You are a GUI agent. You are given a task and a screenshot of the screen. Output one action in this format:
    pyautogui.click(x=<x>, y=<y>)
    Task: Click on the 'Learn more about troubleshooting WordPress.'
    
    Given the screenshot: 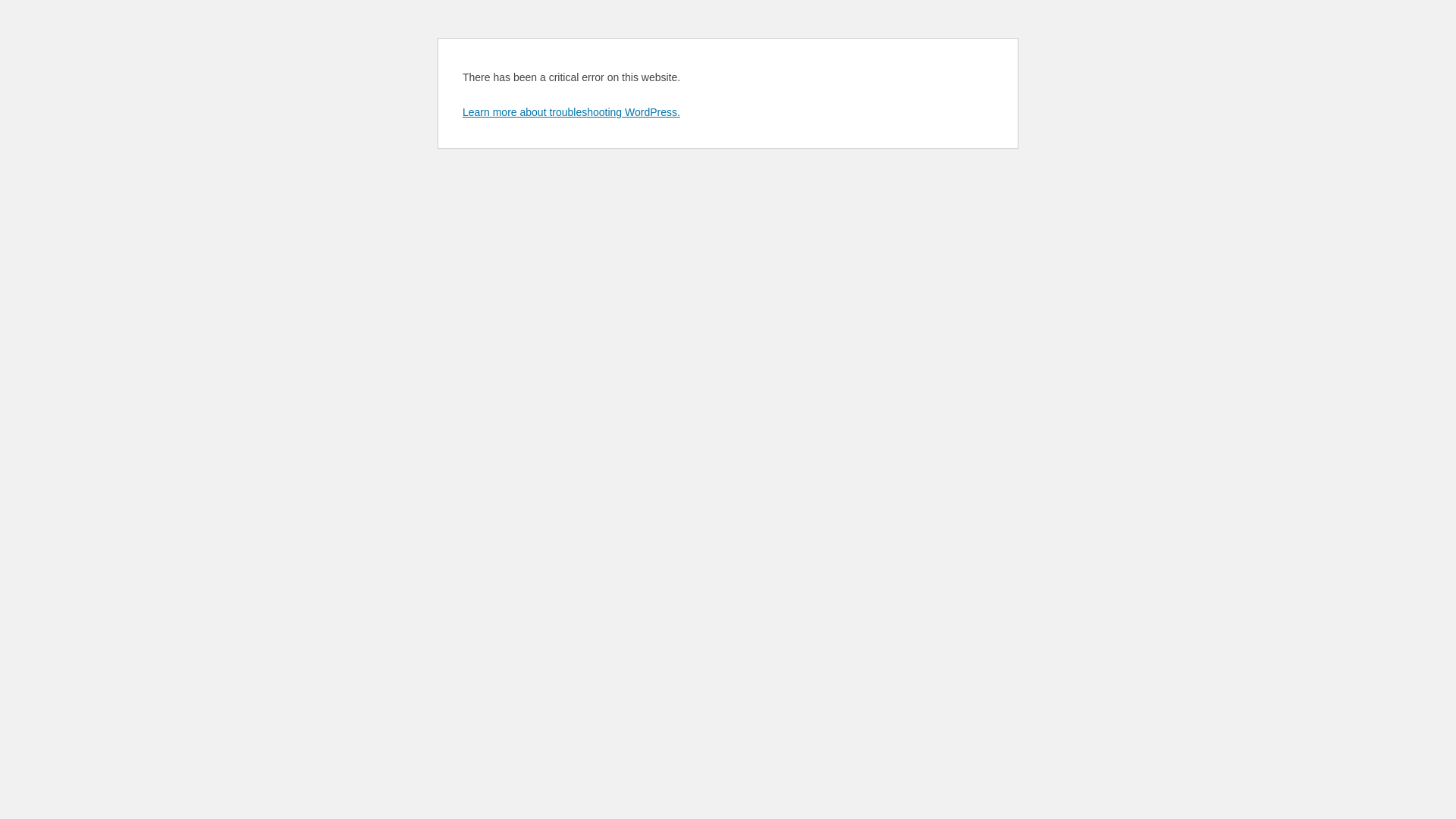 What is the action you would take?
    pyautogui.click(x=570, y=111)
    